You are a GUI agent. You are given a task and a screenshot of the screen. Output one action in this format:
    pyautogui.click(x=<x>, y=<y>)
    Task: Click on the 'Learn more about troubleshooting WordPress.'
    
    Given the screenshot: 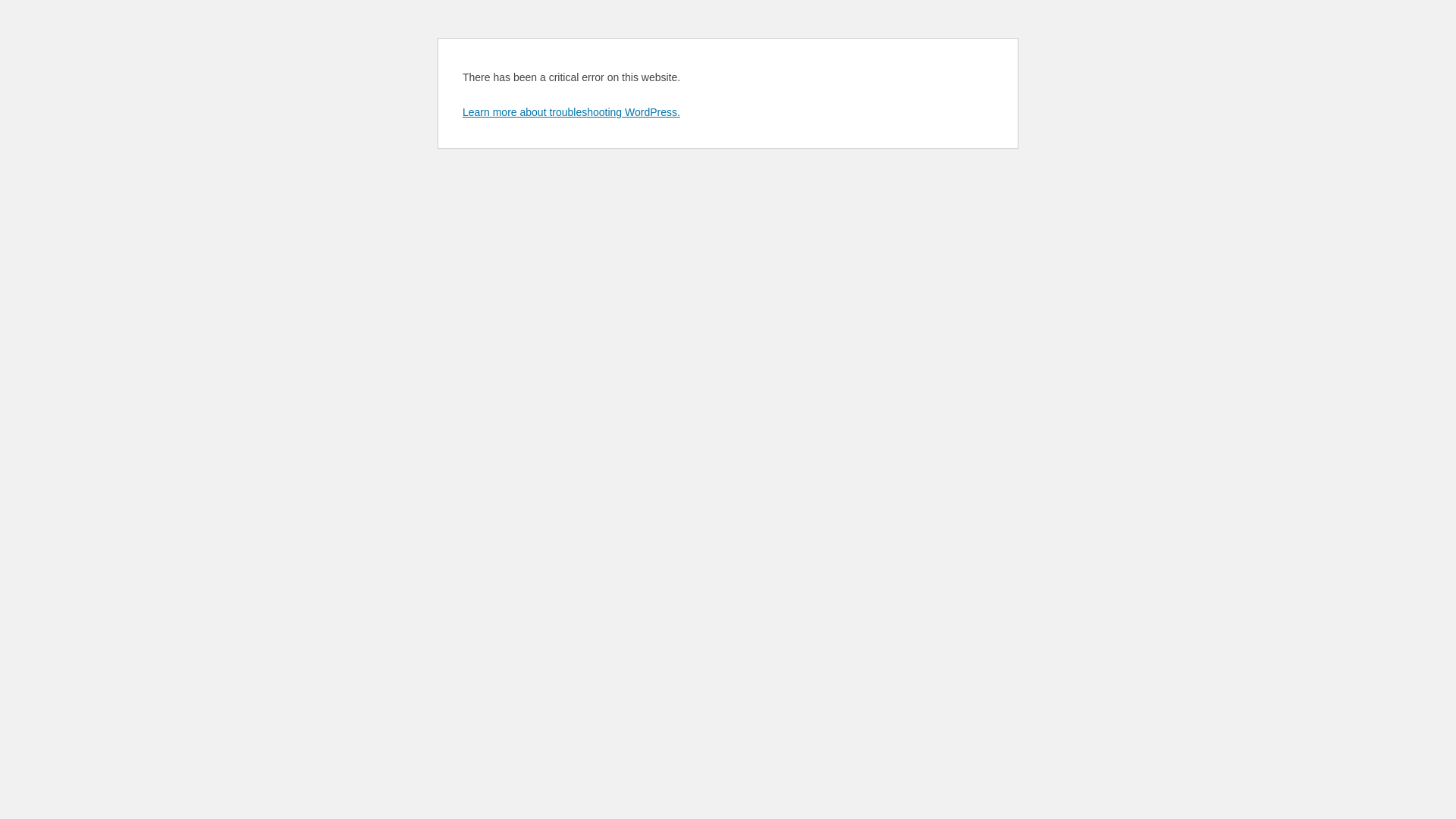 What is the action you would take?
    pyautogui.click(x=570, y=111)
    